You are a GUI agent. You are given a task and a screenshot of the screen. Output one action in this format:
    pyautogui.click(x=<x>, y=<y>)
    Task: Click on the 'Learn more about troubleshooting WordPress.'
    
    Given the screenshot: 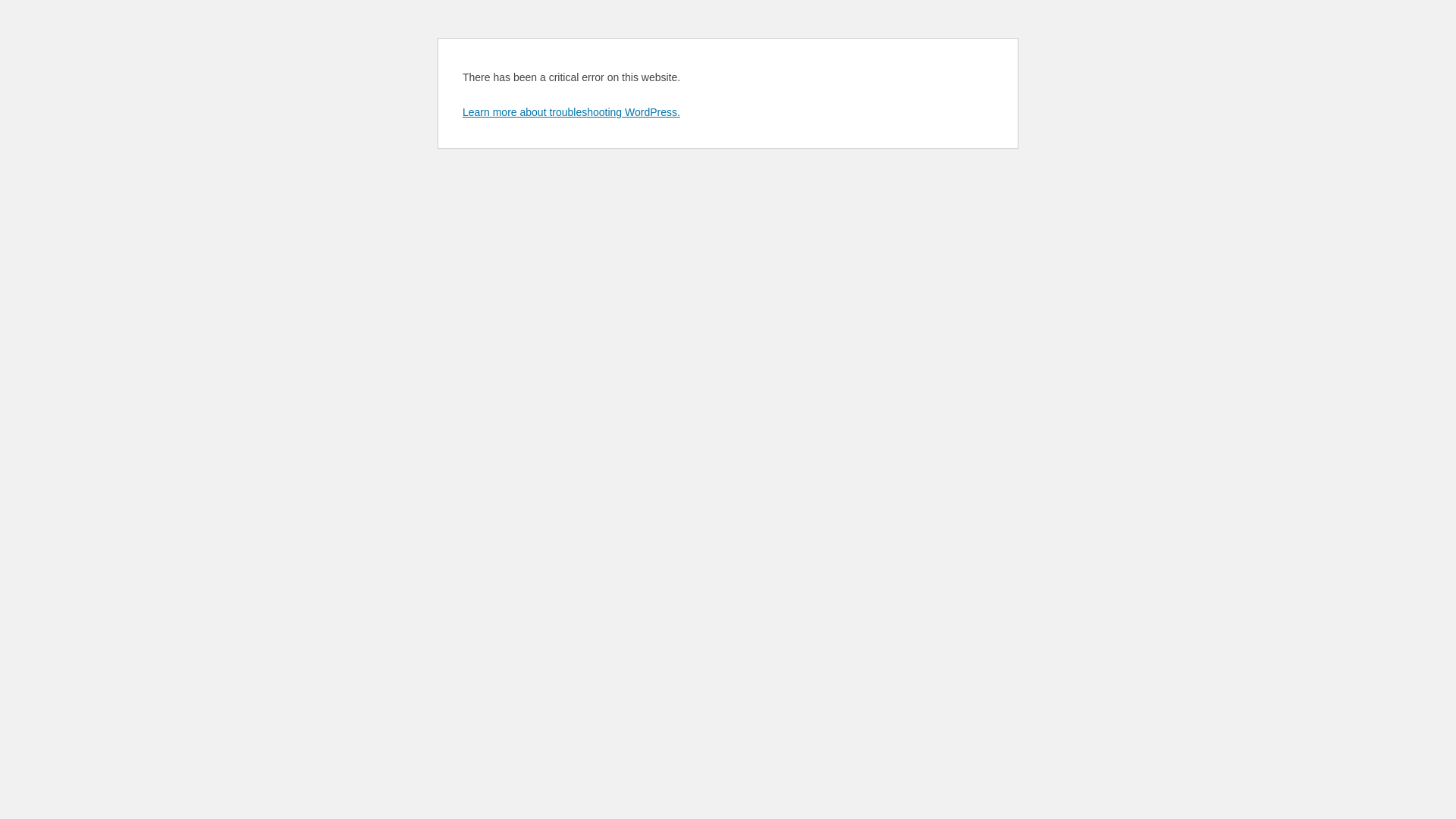 What is the action you would take?
    pyautogui.click(x=570, y=111)
    